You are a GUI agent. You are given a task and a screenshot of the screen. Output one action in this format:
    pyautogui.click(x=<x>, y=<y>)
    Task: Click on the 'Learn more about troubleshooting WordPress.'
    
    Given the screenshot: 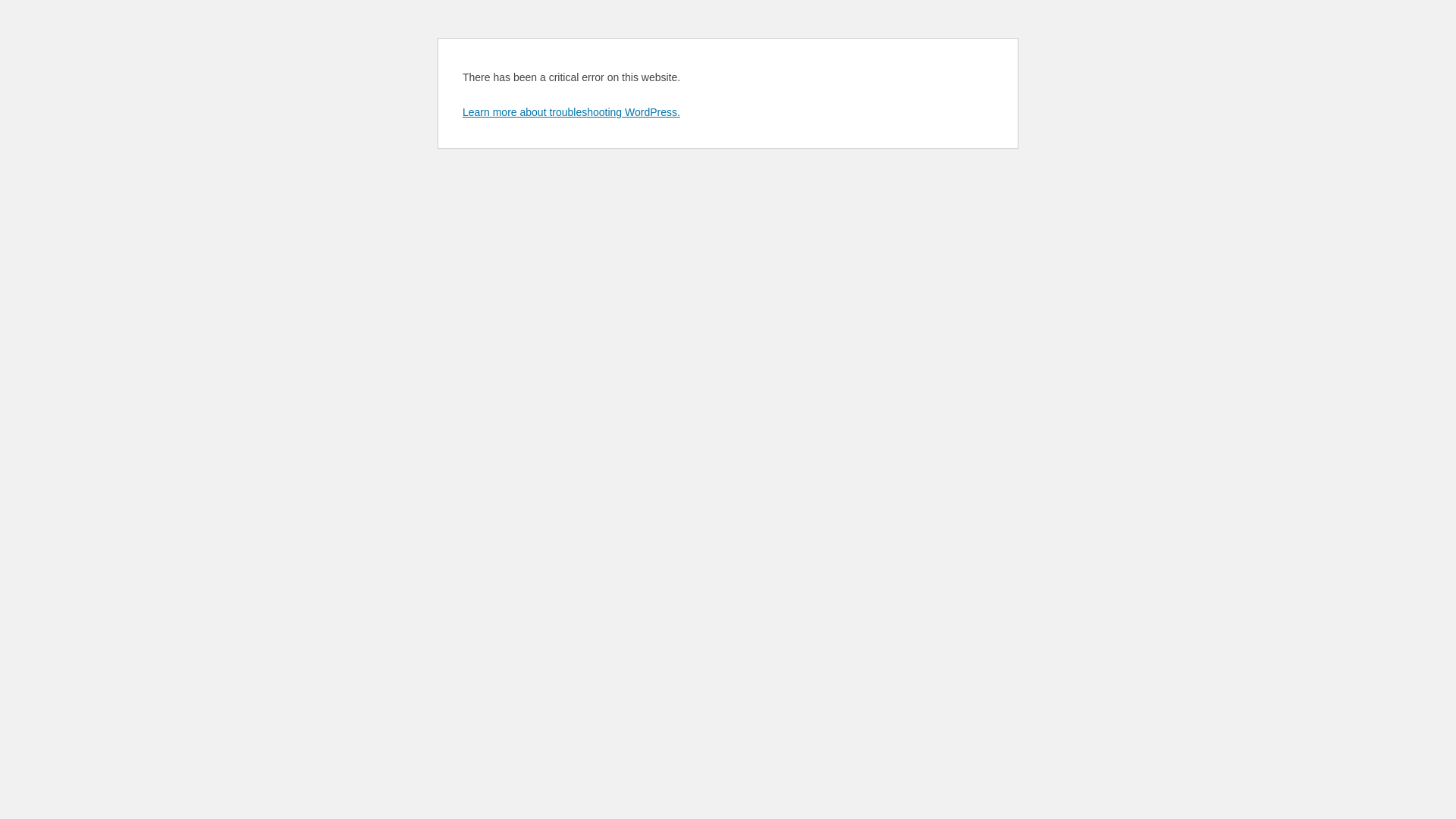 What is the action you would take?
    pyautogui.click(x=570, y=111)
    